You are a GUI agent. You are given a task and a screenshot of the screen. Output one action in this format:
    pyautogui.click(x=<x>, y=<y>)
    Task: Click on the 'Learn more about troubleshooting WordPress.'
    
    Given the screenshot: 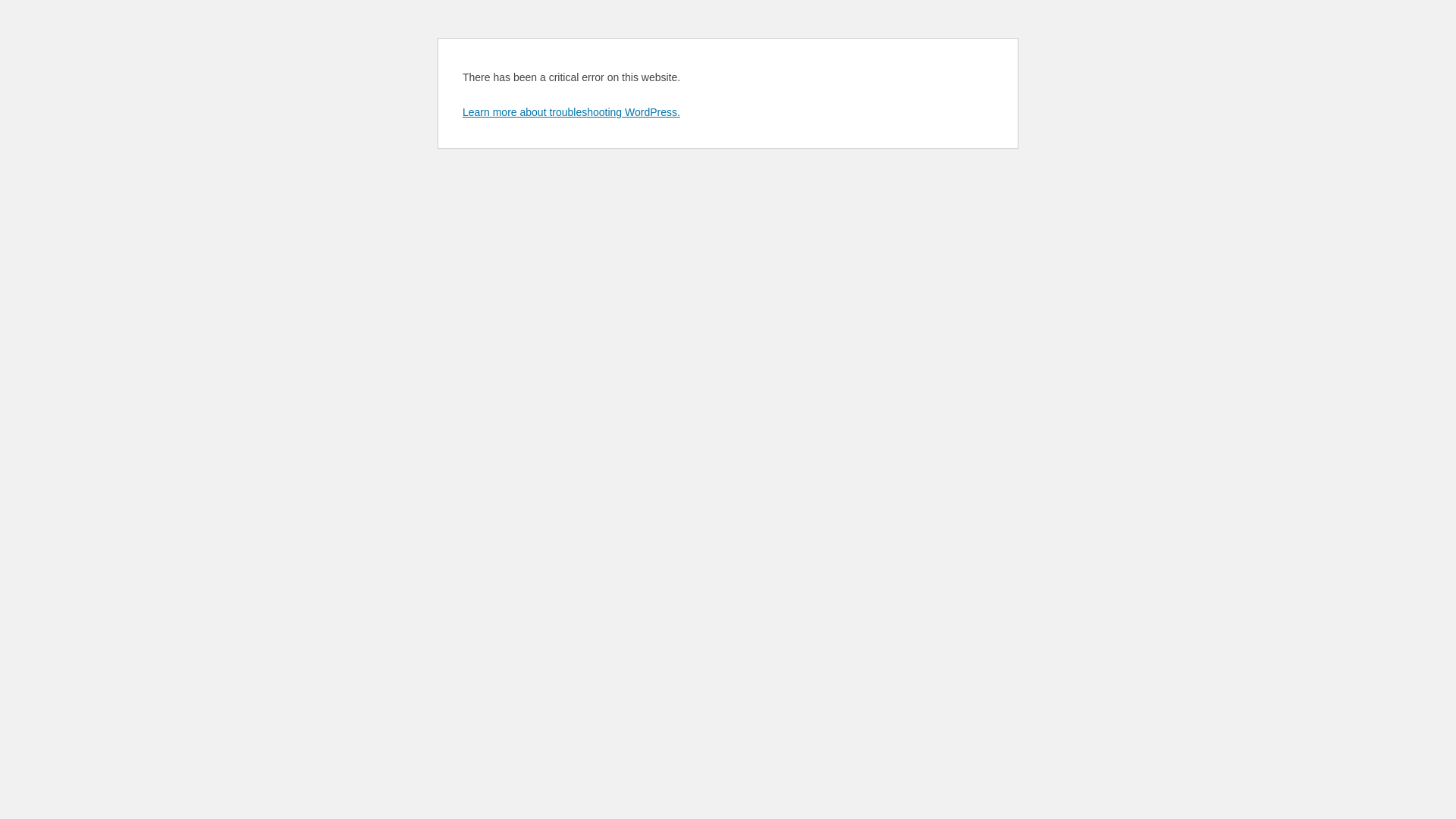 What is the action you would take?
    pyautogui.click(x=570, y=111)
    